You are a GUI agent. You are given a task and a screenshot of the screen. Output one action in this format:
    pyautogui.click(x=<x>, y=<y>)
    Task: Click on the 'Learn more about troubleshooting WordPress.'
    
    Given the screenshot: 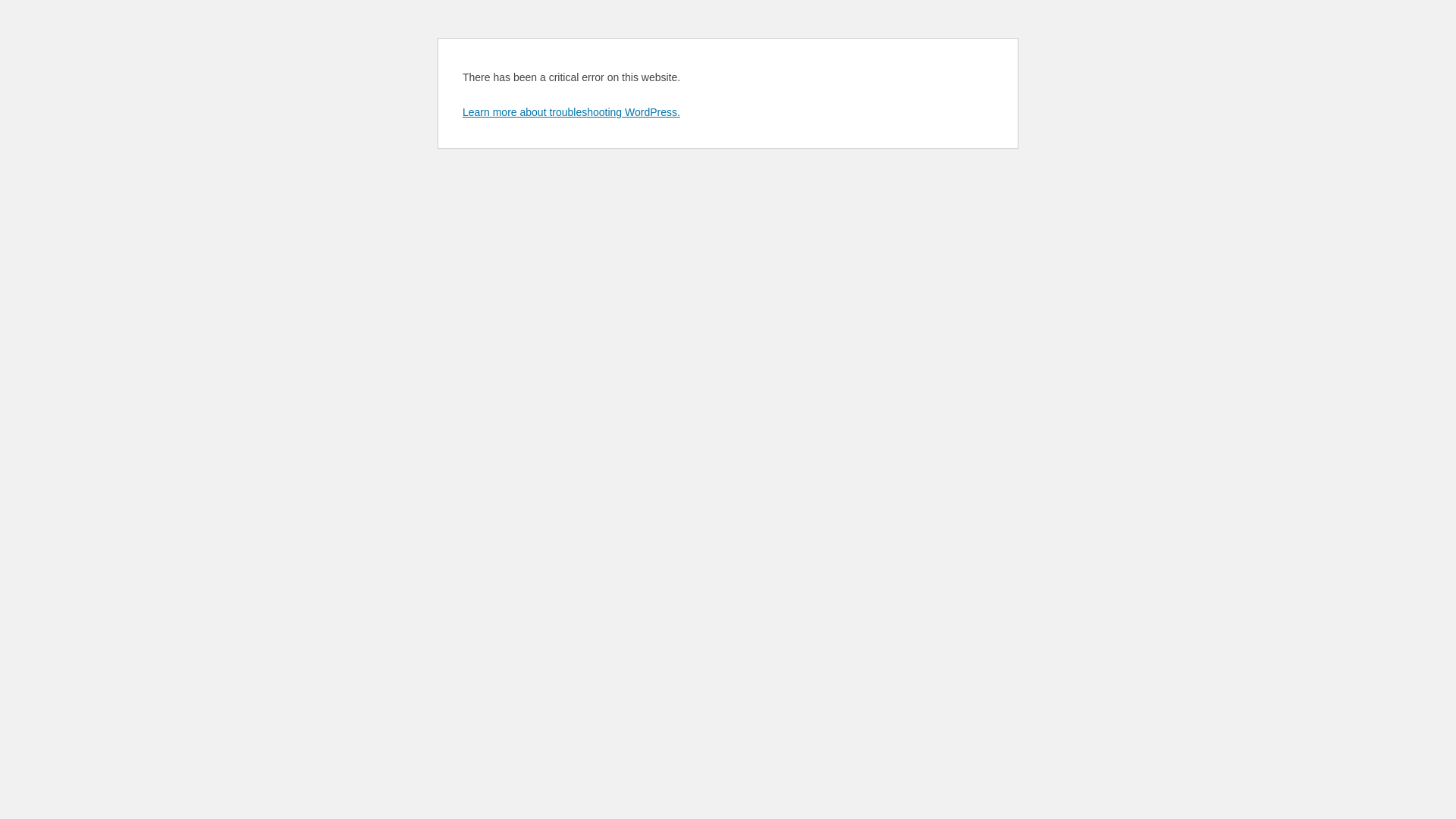 What is the action you would take?
    pyautogui.click(x=570, y=111)
    